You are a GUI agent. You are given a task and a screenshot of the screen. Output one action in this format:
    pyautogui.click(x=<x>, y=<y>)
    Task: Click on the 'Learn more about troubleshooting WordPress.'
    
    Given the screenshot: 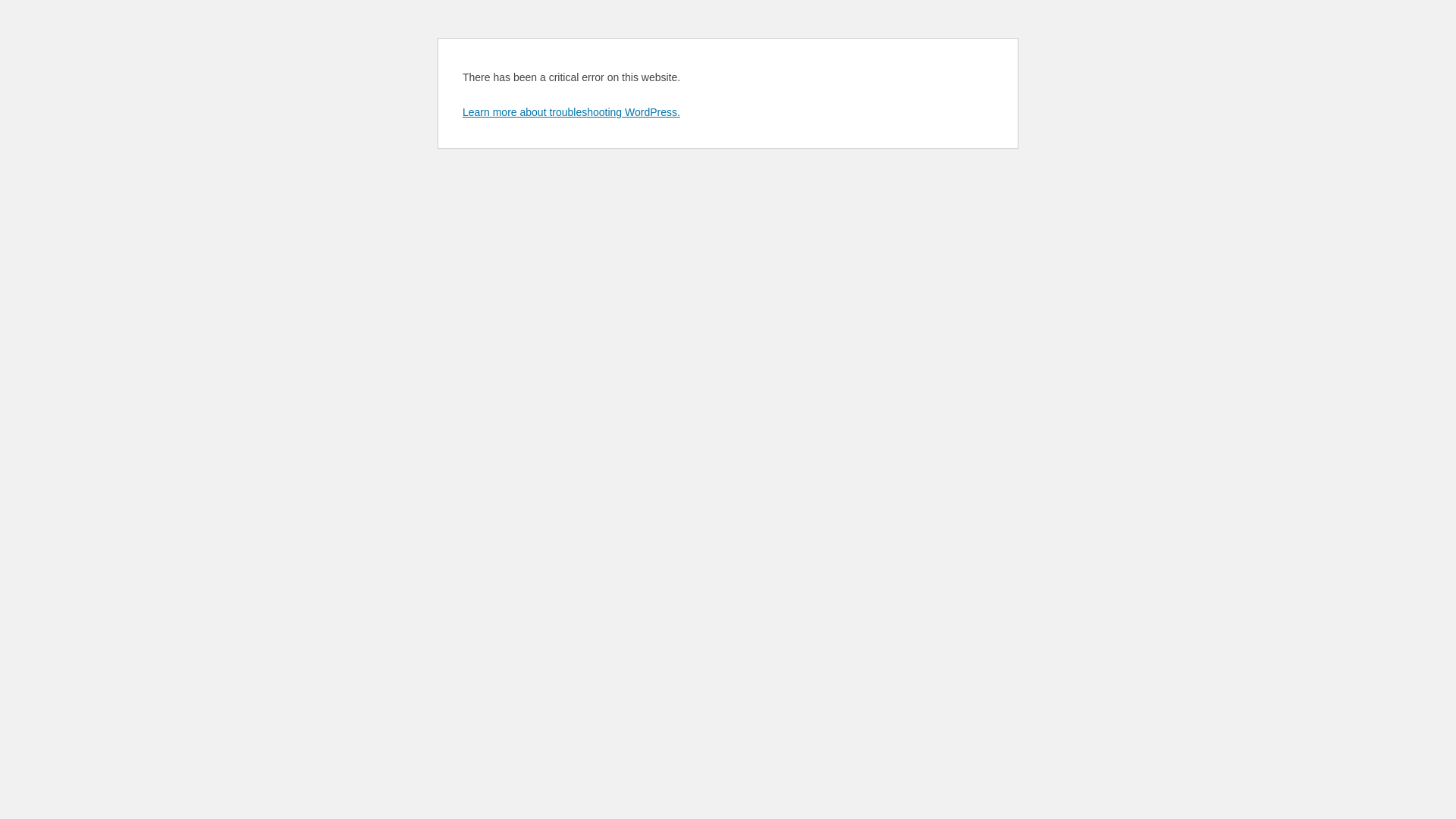 What is the action you would take?
    pyautogui.click(x=570, y=111)
    